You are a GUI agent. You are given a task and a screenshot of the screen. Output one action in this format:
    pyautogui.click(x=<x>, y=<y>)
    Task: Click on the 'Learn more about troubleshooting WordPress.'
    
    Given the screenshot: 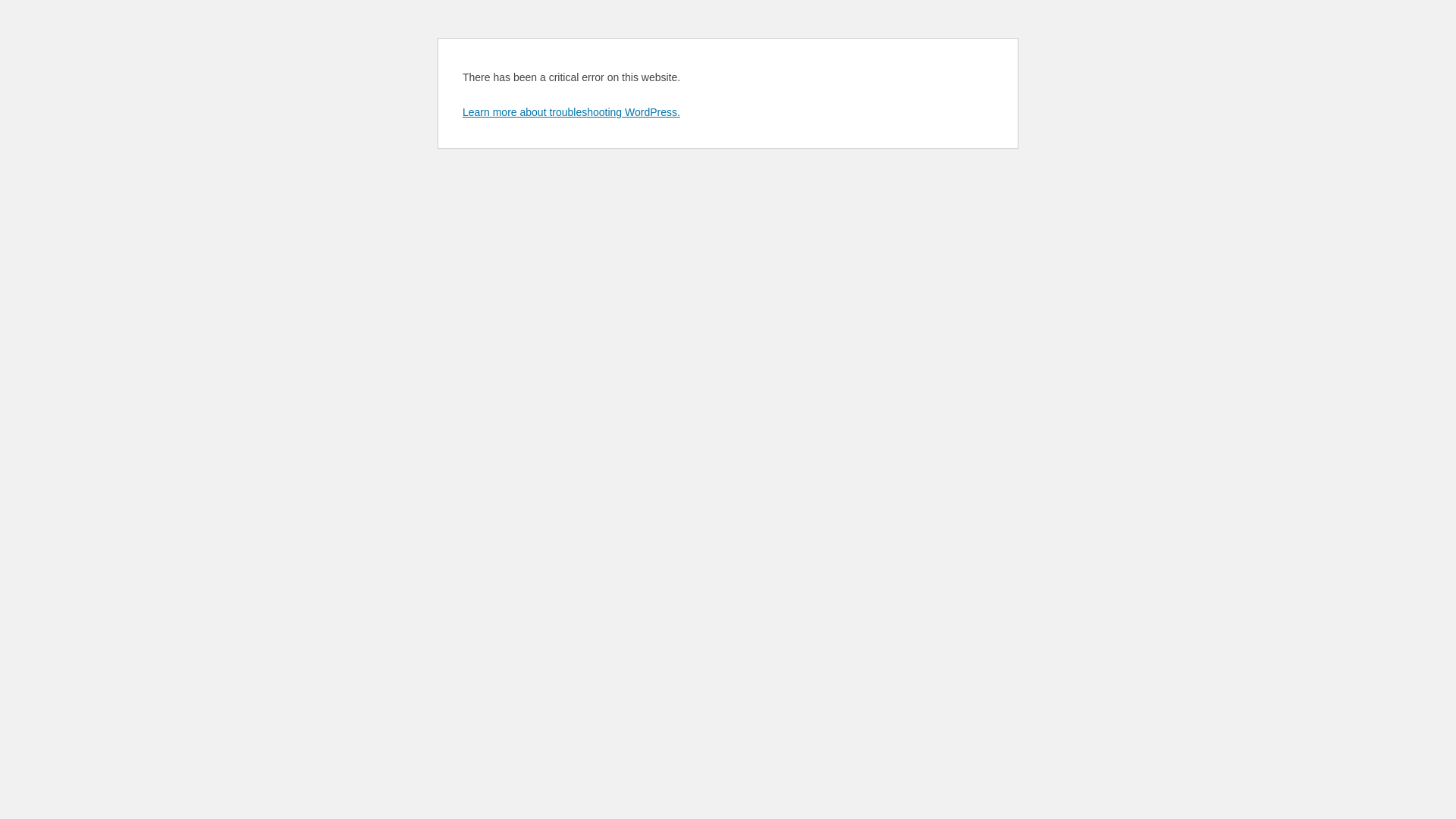 What is the action you would take?
    pyautogui.click(x=570, y=111)
    